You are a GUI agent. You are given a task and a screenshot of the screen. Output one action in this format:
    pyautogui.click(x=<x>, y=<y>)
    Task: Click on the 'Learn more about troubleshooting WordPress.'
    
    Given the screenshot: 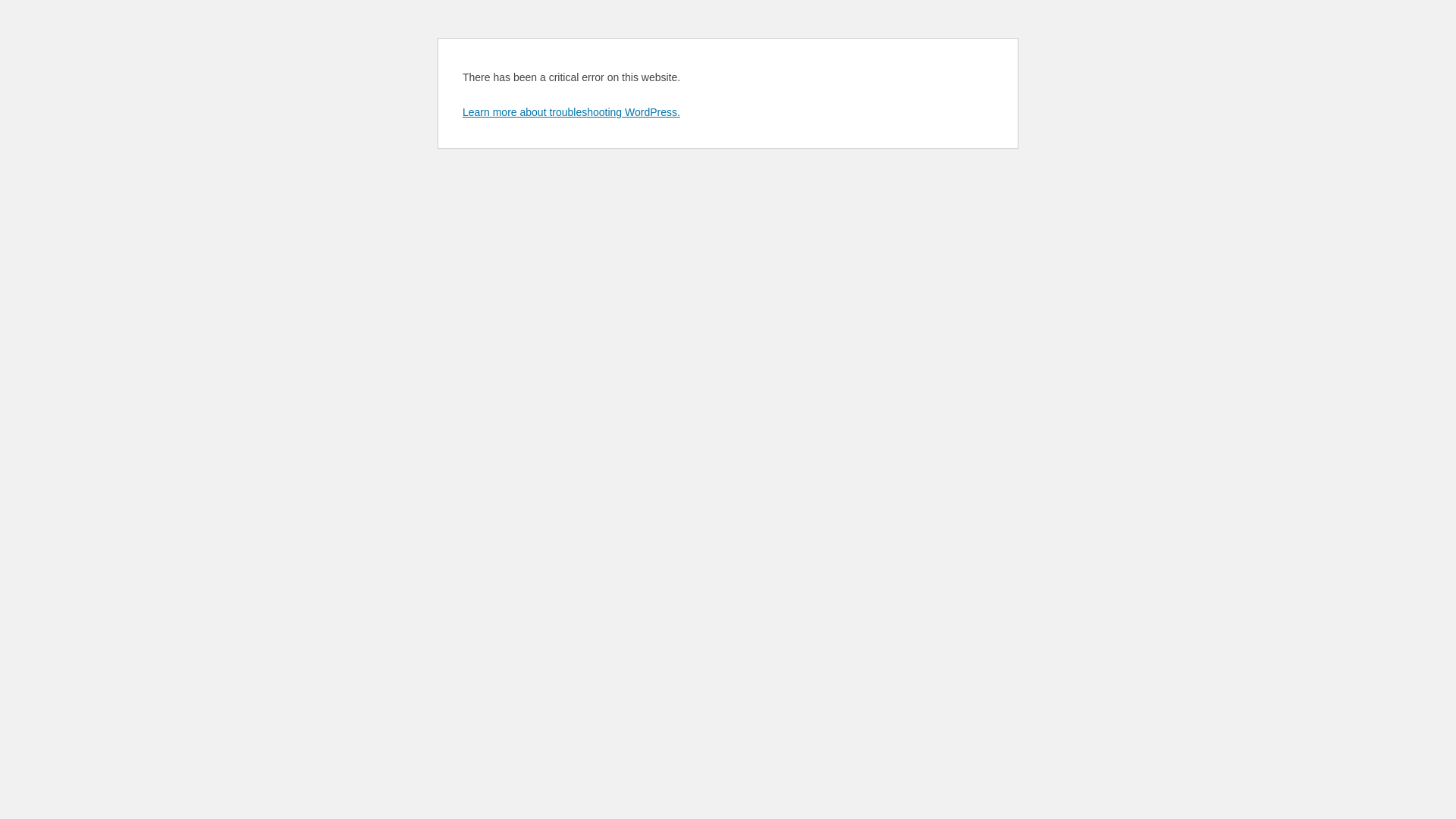 What is the action you would take?
    pyautogui.click(x=570, y=111)
    